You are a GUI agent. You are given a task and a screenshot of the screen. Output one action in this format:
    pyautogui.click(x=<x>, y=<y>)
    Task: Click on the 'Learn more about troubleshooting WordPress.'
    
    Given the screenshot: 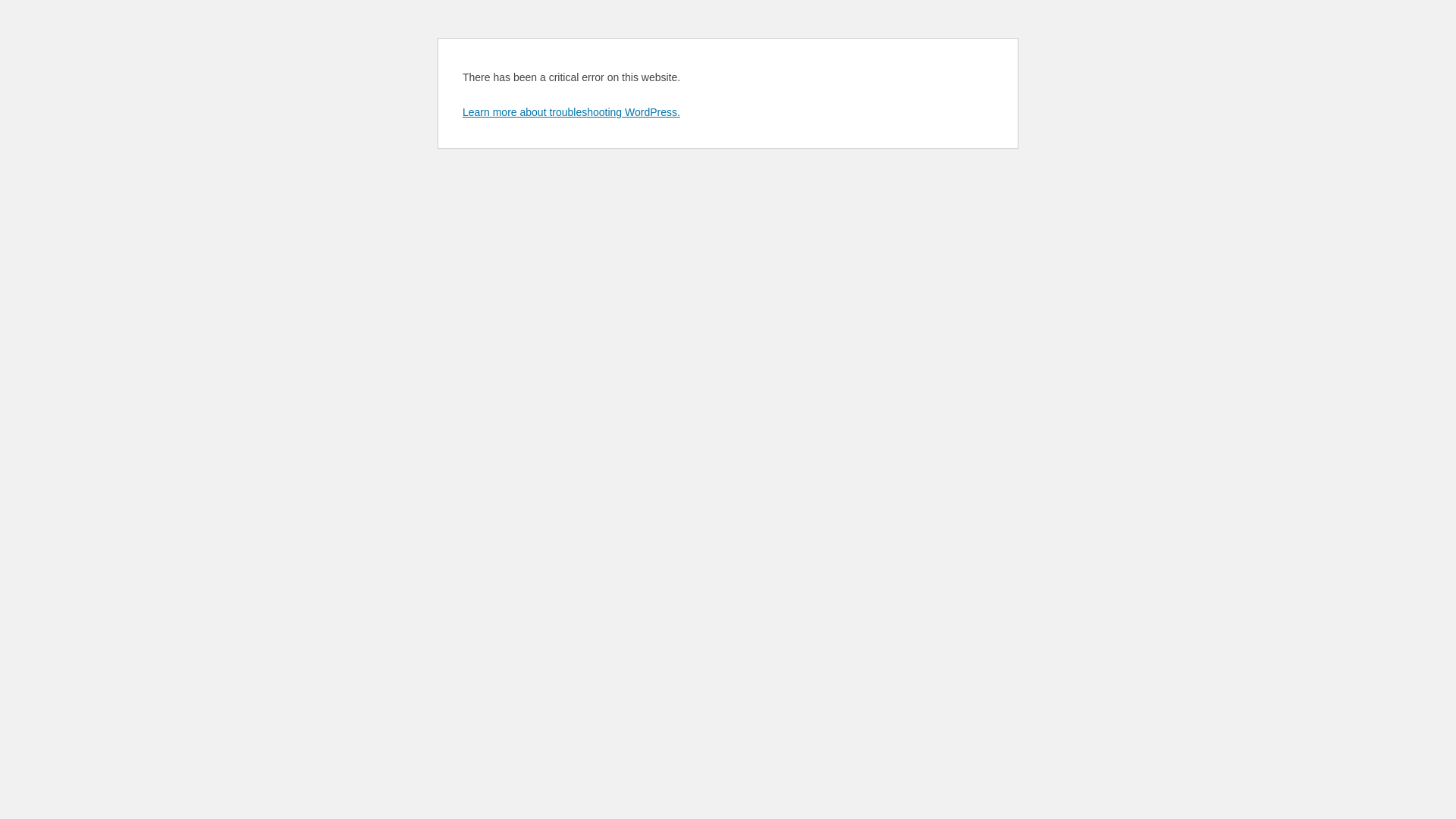 What is the action you would take?
    pyautogui.click(x=570, y=111)
    